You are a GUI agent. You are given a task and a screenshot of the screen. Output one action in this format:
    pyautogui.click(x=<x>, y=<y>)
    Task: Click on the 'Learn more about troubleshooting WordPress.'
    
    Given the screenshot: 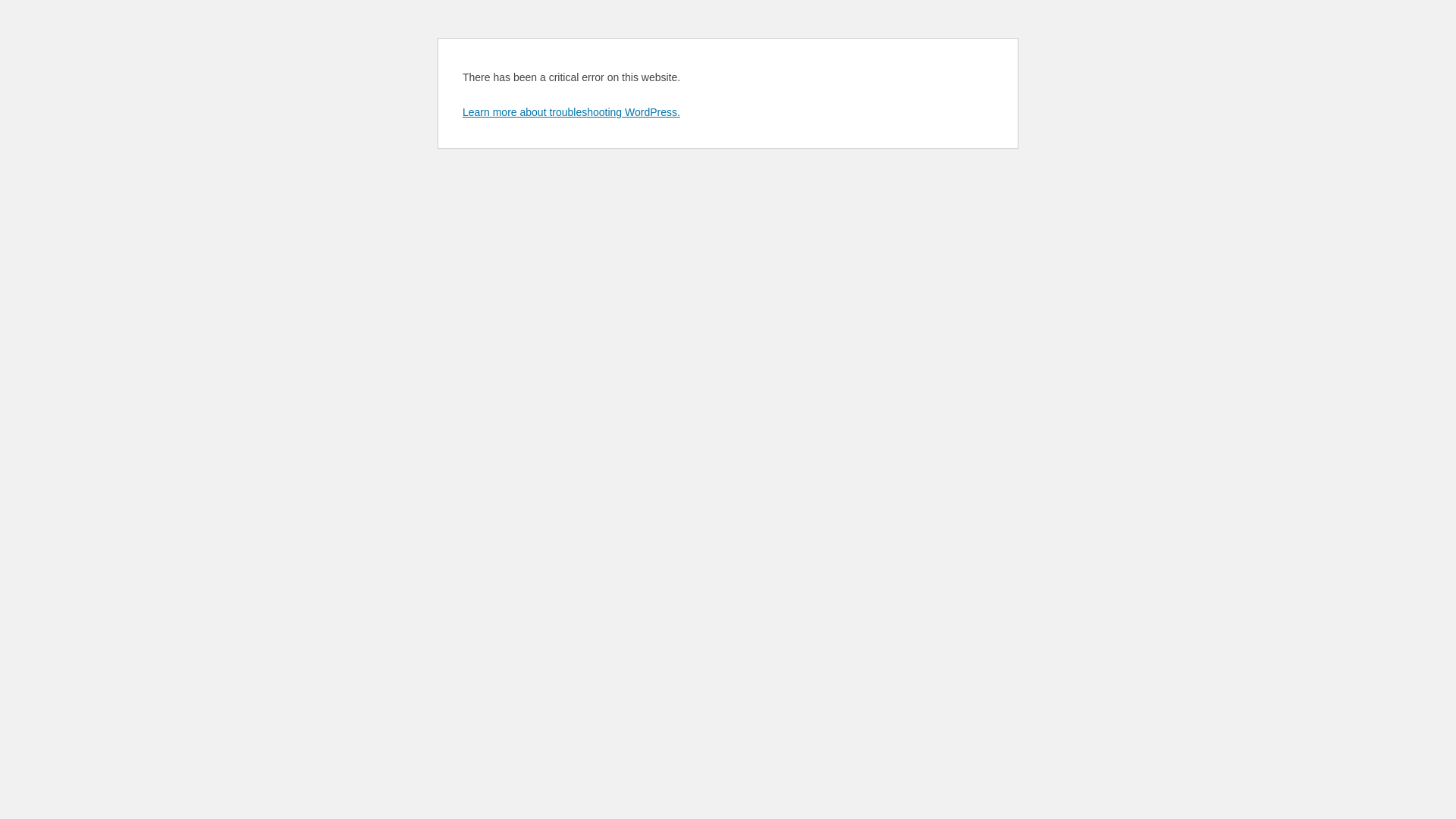 What is the action you would take?
    pyautogui.click(x=570, y=111)
    